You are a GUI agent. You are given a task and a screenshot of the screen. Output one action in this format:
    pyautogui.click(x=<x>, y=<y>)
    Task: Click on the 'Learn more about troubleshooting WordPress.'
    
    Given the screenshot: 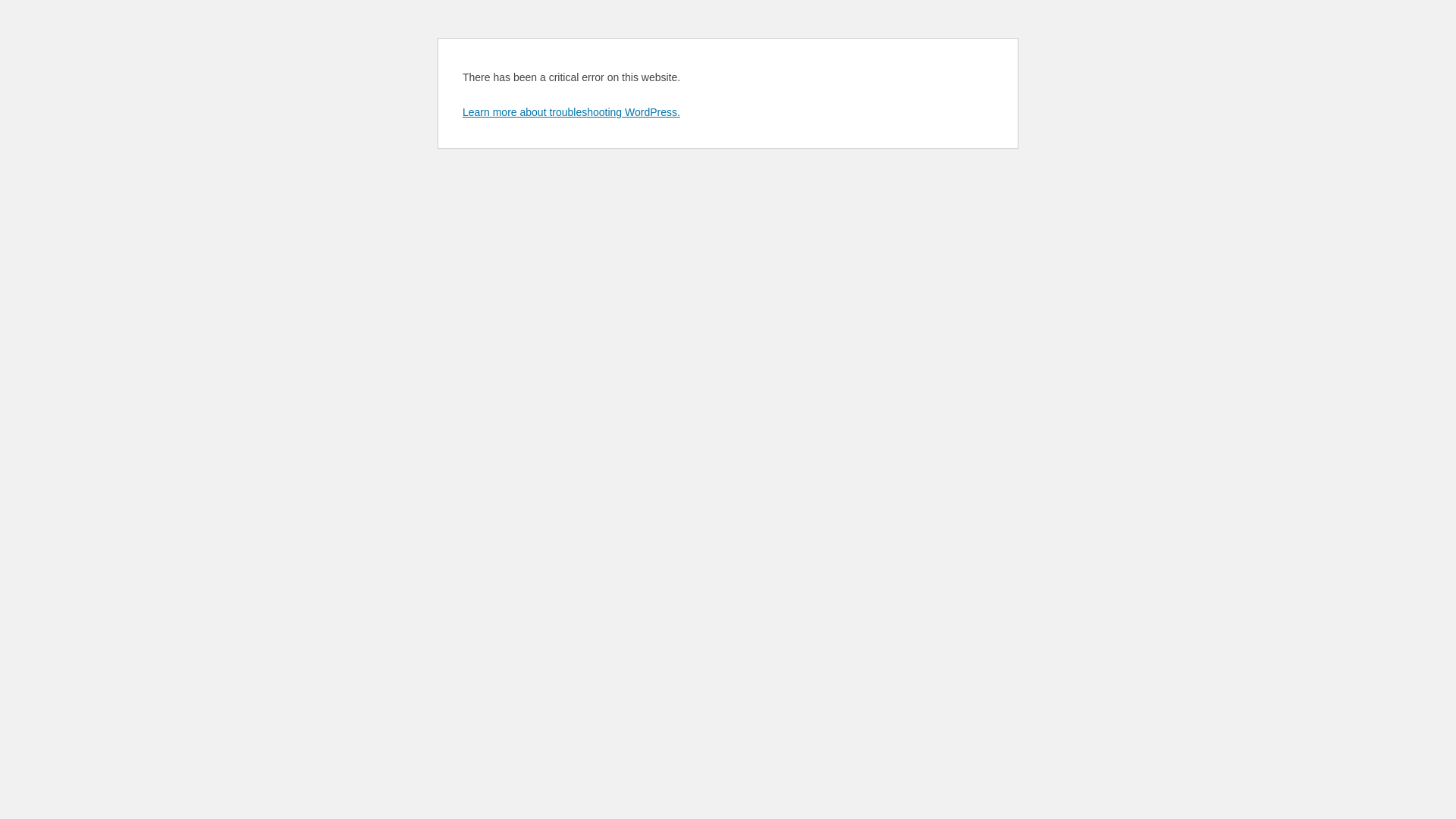 What is the action you would take?
    pyautogui.click(x=570, y=111)
    